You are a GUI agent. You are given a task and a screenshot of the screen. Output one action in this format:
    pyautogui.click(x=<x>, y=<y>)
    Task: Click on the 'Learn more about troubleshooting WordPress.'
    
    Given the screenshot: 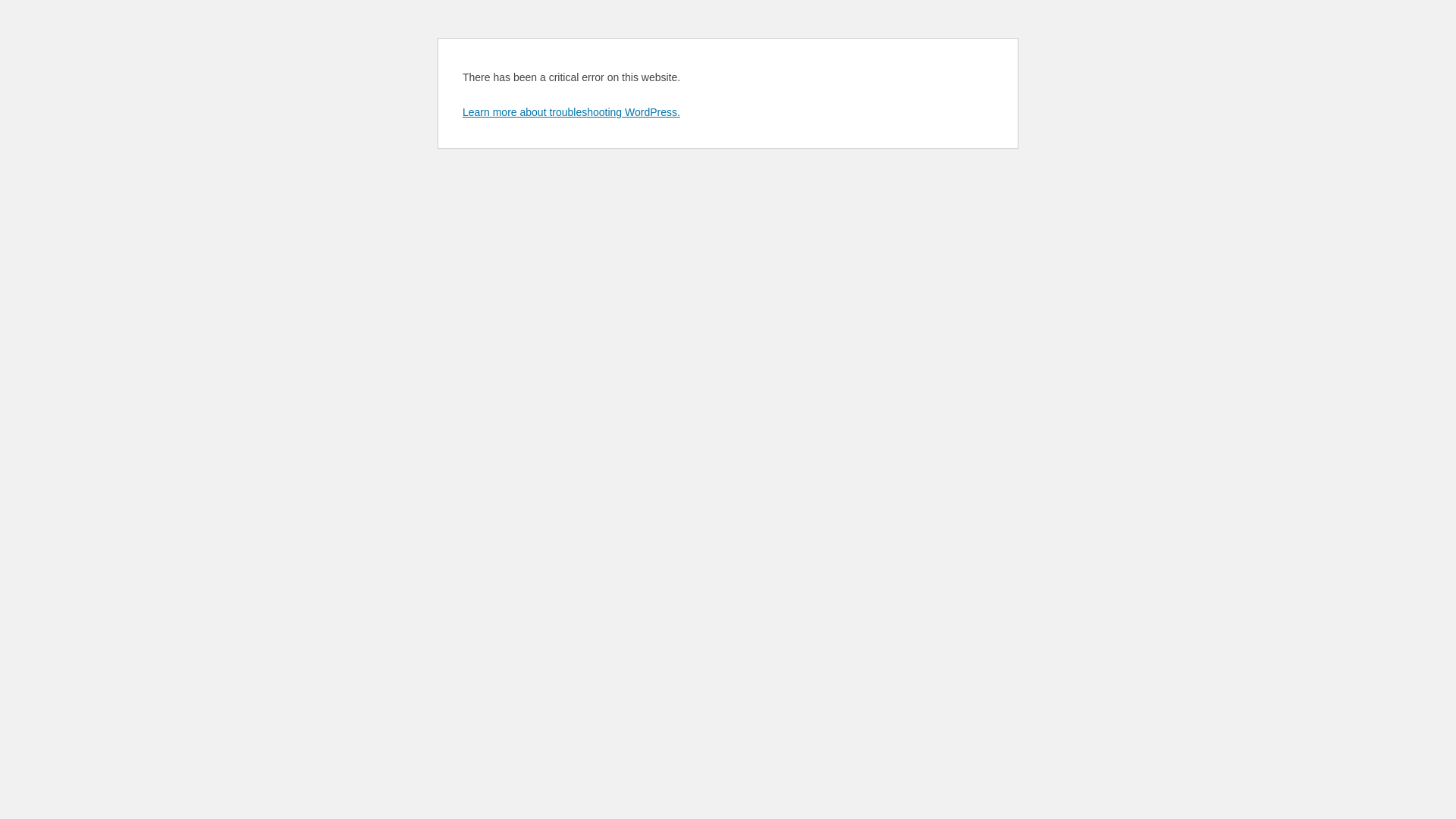 What is the action you would take?
    pyautogui.click(x=570, y=111)
    